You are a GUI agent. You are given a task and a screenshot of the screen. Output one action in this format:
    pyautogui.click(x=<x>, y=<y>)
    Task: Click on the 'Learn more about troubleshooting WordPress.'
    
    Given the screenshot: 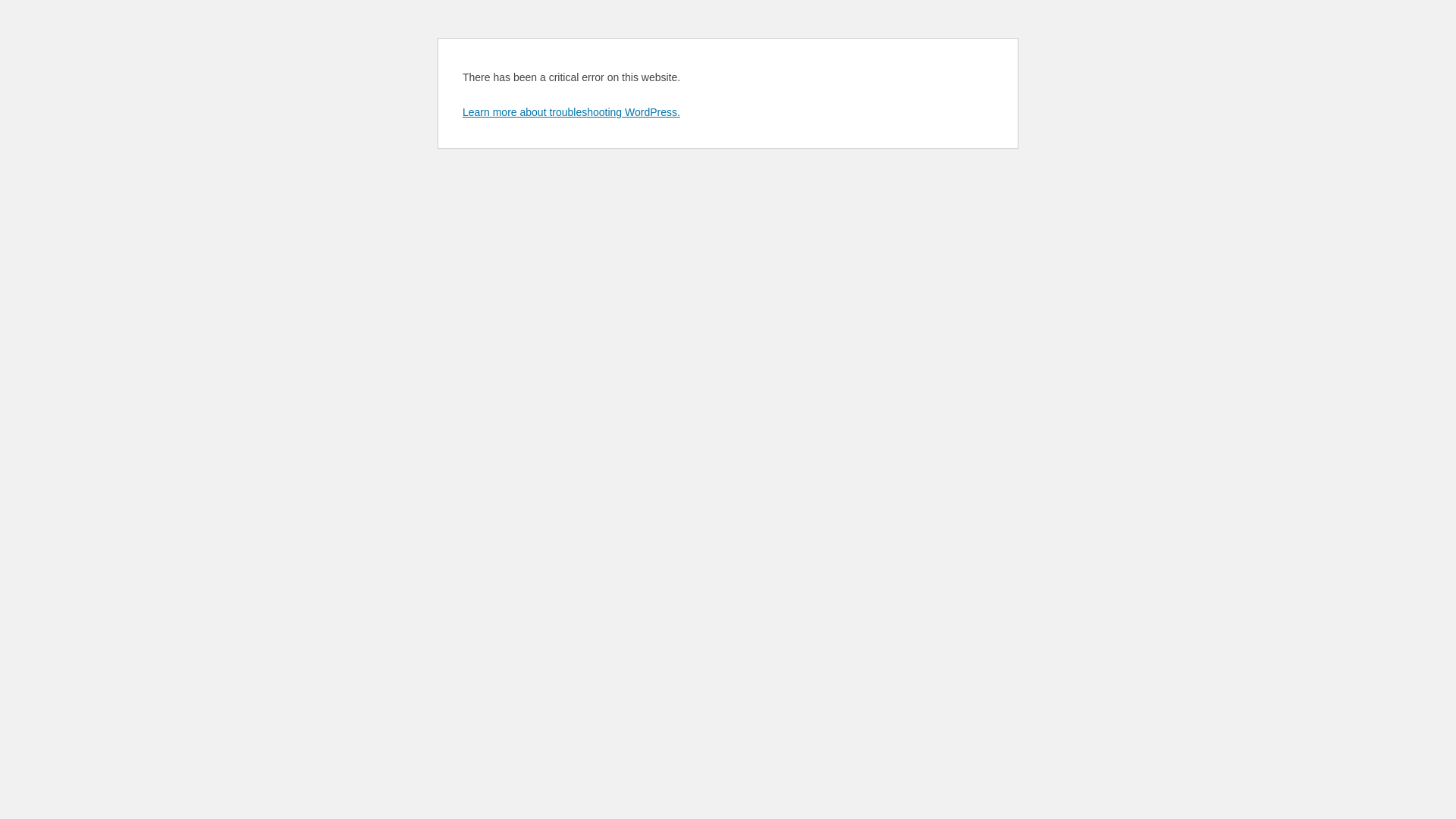 What is the action you would take?
    pyautogui.click(x=570, y=111)
    